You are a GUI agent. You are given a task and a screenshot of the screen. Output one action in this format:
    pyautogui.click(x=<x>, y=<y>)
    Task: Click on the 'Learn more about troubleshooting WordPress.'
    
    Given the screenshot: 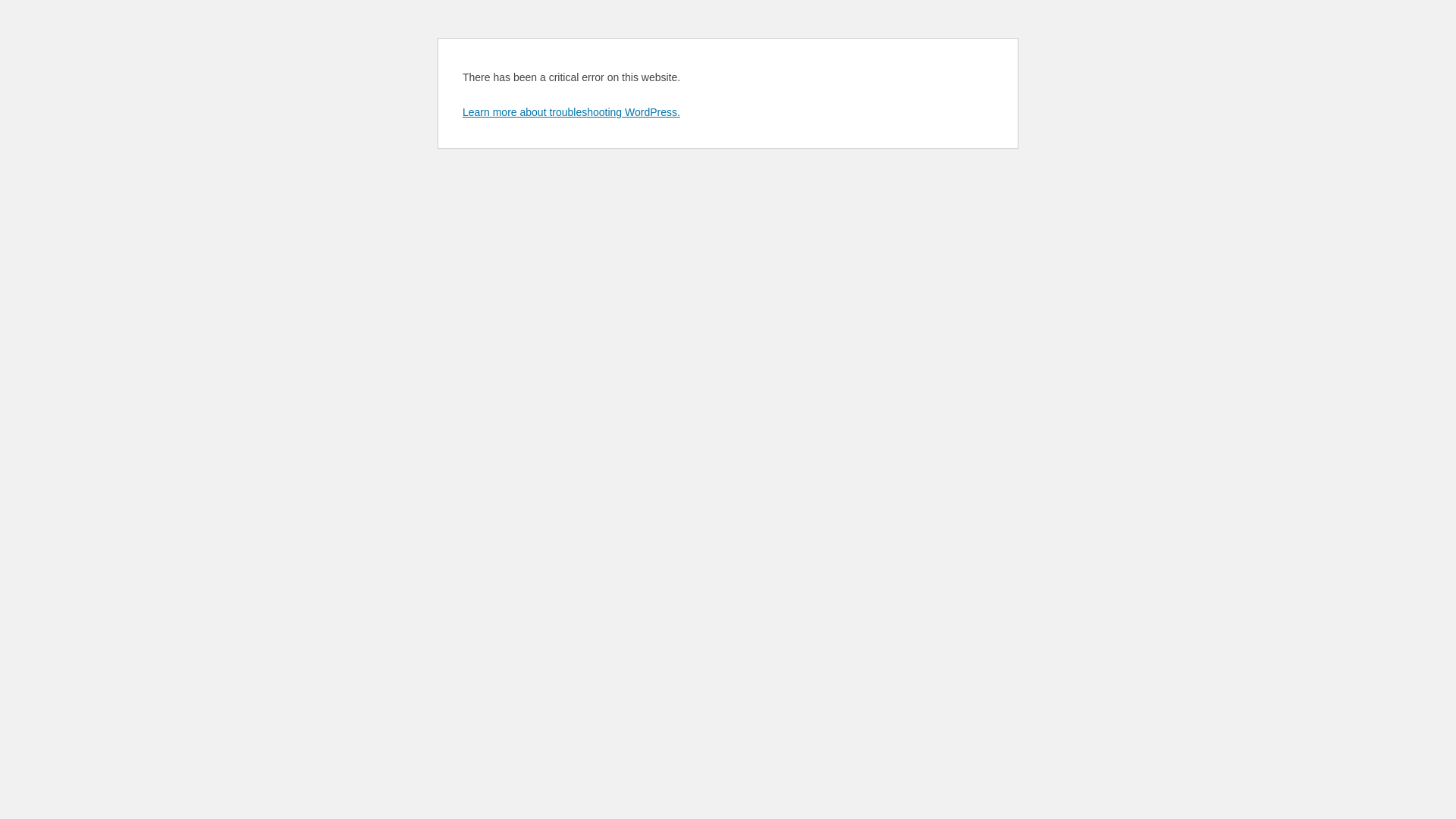 What is the action you would take?
    pyautogui.click(x=570, y=111)
    